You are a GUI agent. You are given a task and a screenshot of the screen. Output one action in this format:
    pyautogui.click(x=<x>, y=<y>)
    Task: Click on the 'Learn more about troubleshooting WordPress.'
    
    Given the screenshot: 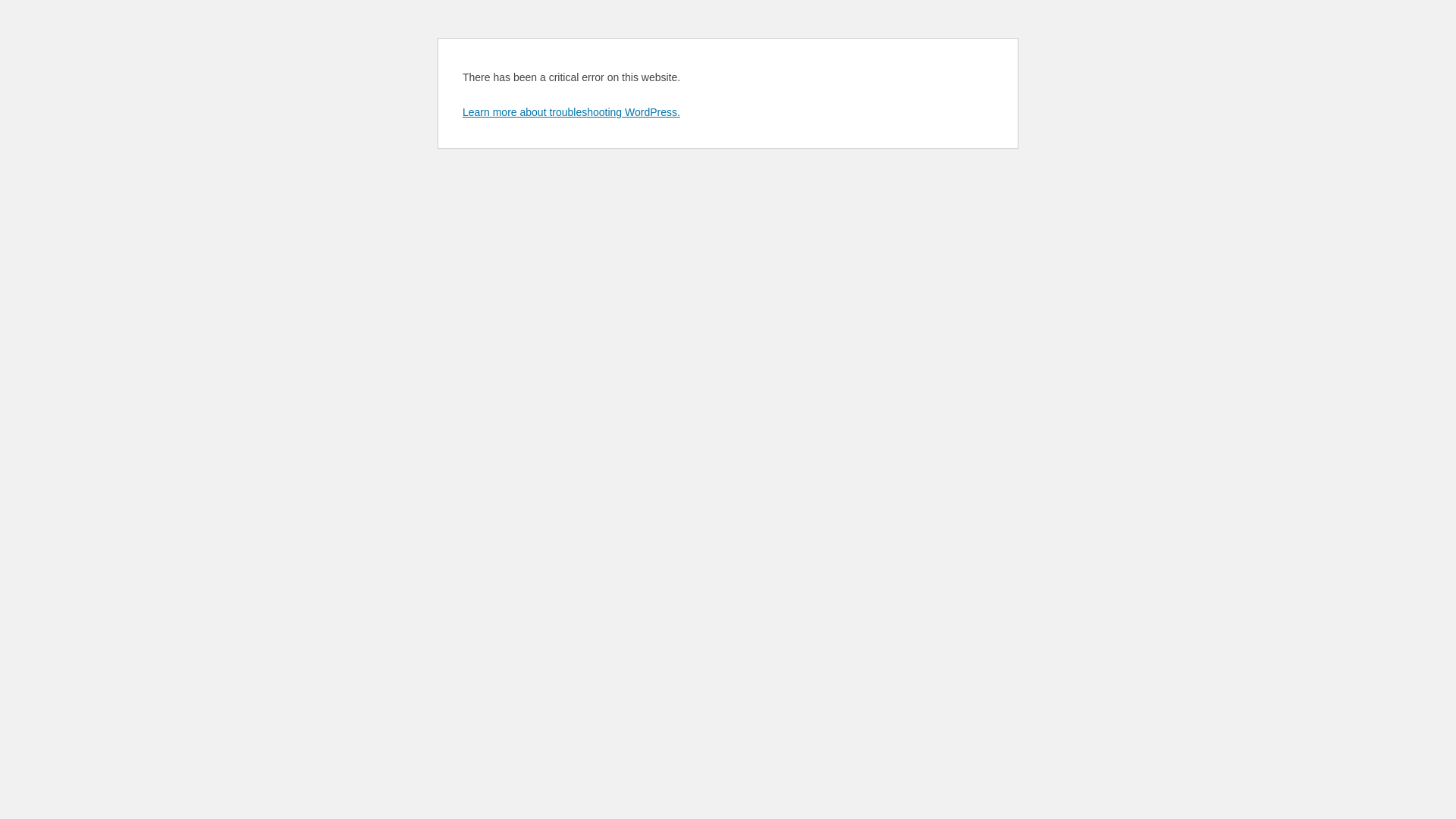 What is the action you would take?
    pyautogui.click(x=570, y=111)
    